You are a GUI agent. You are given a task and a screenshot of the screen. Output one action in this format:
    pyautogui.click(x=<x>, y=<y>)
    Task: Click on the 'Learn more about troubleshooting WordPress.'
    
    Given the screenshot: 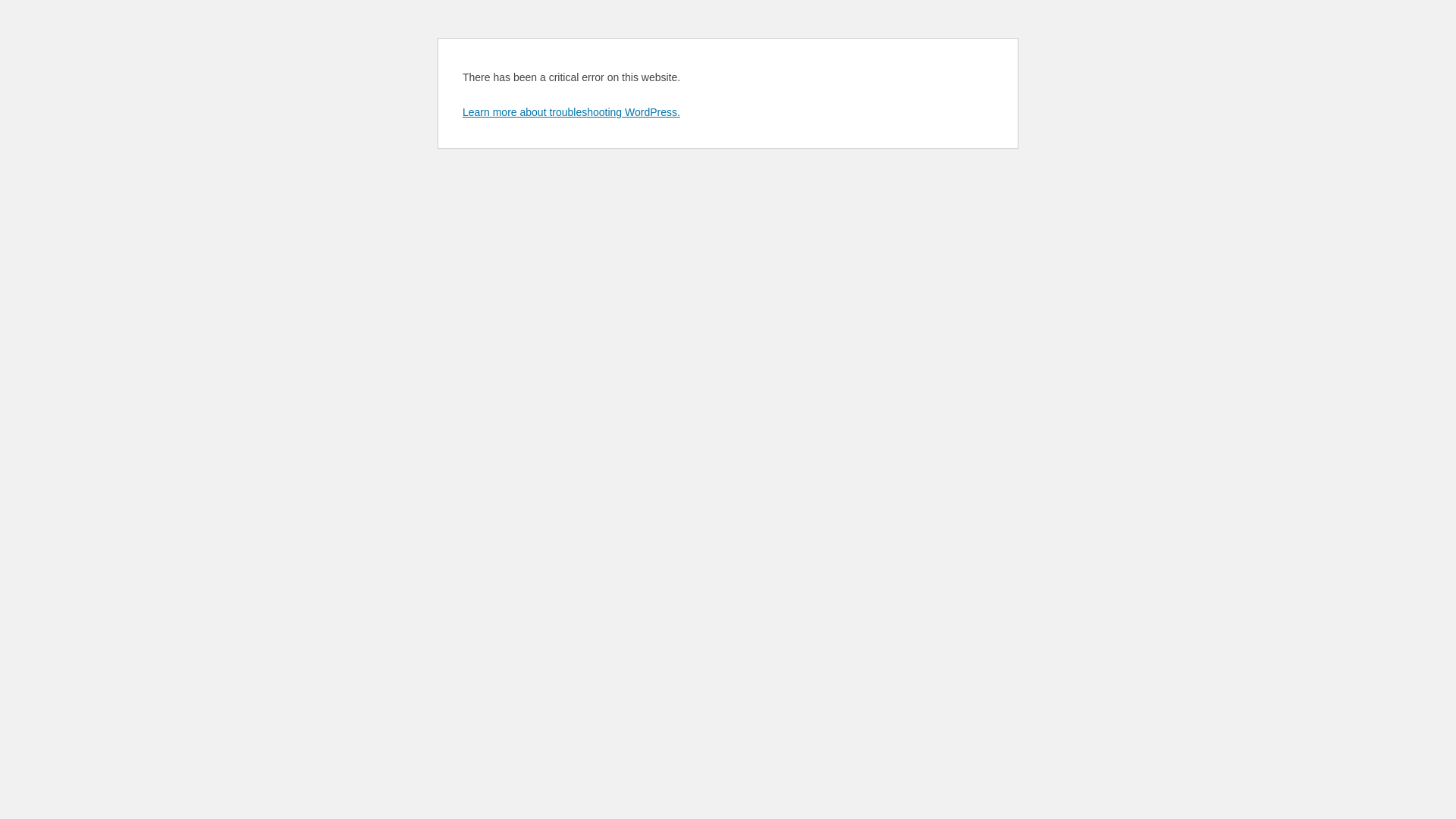 What is the action you would take?
    pyautogui.click(x=570, y=111)
    